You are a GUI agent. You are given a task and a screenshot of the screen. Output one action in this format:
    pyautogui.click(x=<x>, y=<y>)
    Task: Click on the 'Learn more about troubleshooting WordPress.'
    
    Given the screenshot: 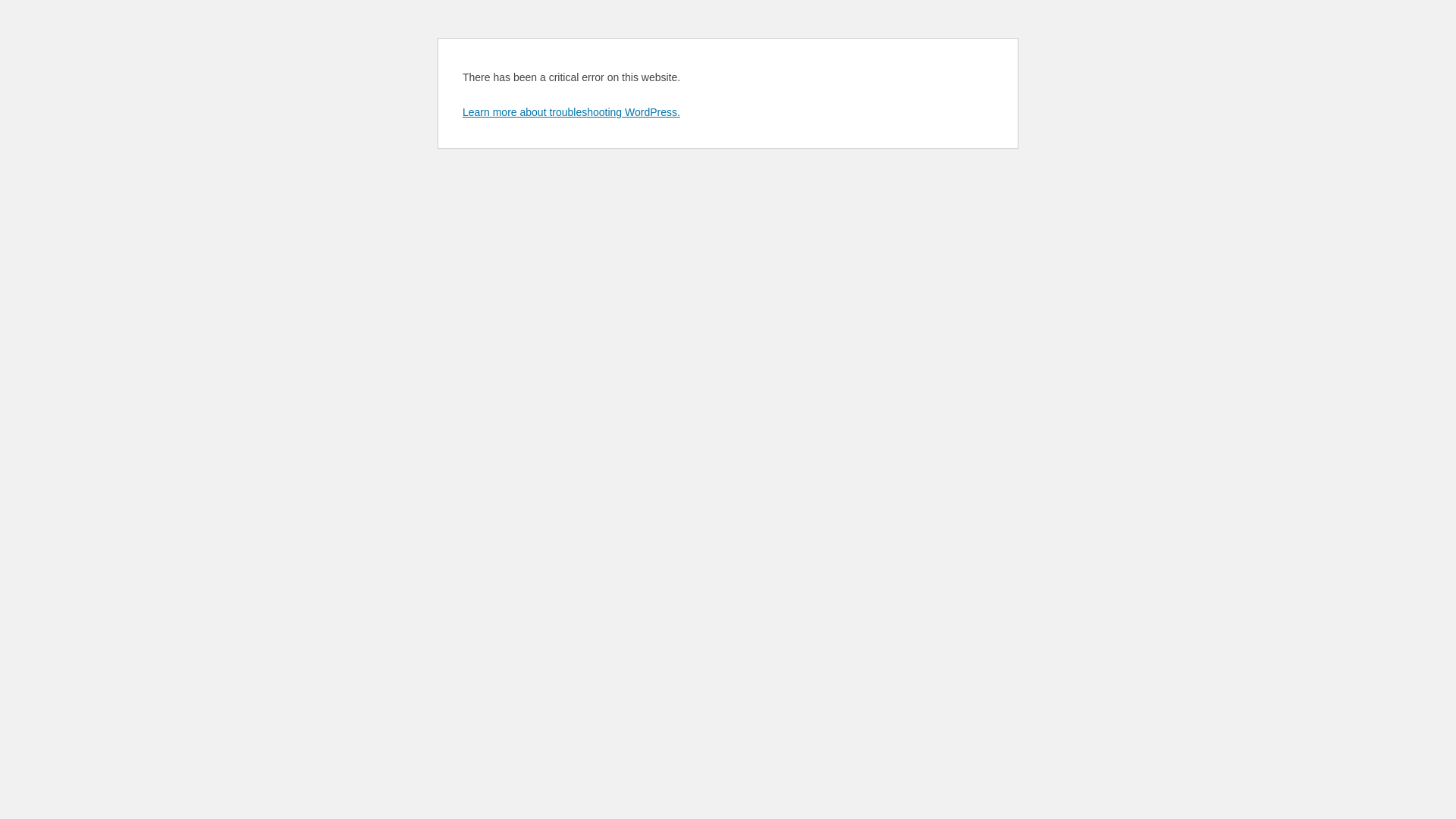 What is the action you would take?
    pyautogui.click(x=570, y=111)
    